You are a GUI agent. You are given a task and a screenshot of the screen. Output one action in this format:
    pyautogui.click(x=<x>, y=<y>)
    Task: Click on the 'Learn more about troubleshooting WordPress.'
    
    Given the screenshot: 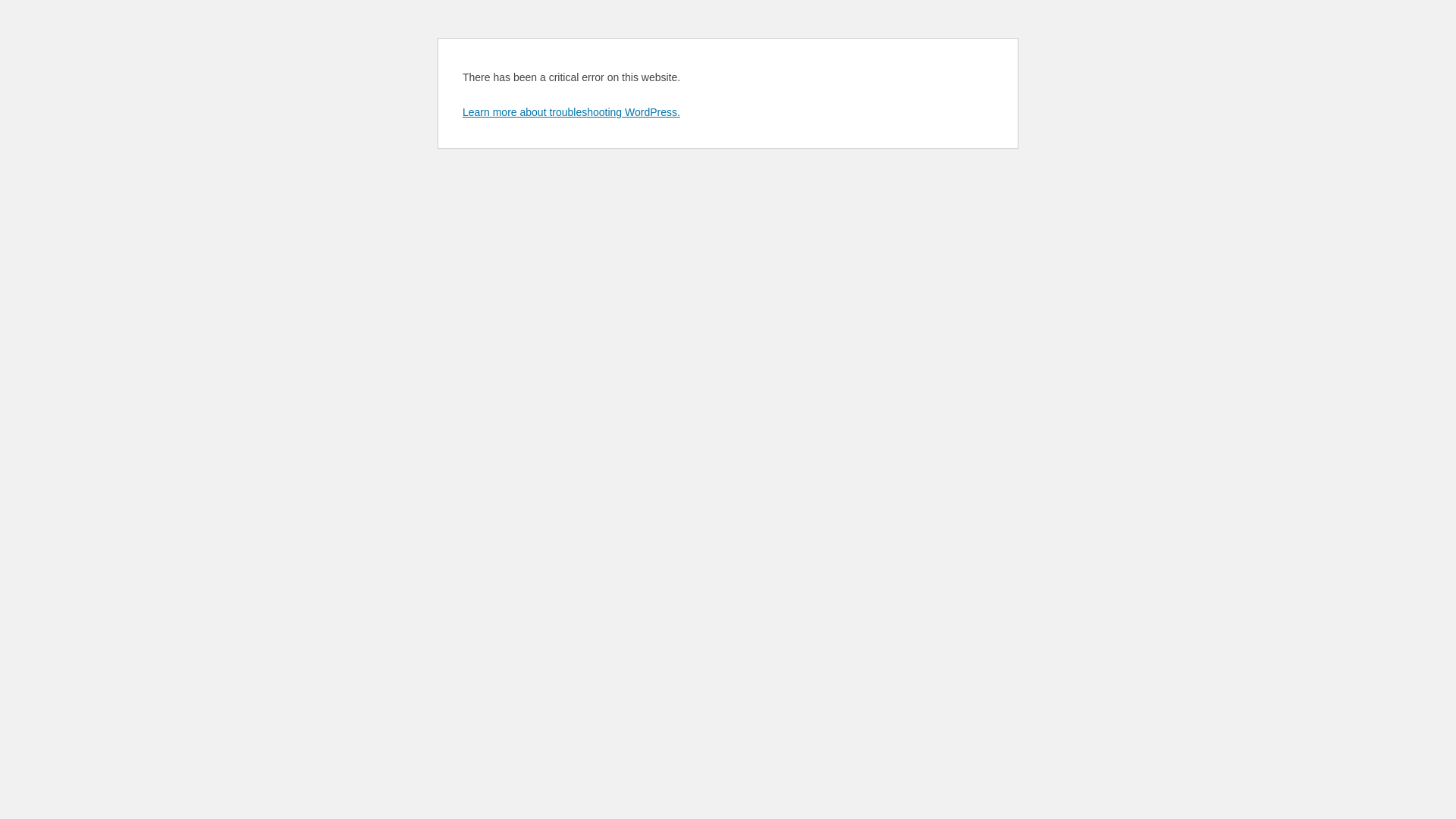 What is the action you would take?
    pyautogui.click(x=570, y=111)
    